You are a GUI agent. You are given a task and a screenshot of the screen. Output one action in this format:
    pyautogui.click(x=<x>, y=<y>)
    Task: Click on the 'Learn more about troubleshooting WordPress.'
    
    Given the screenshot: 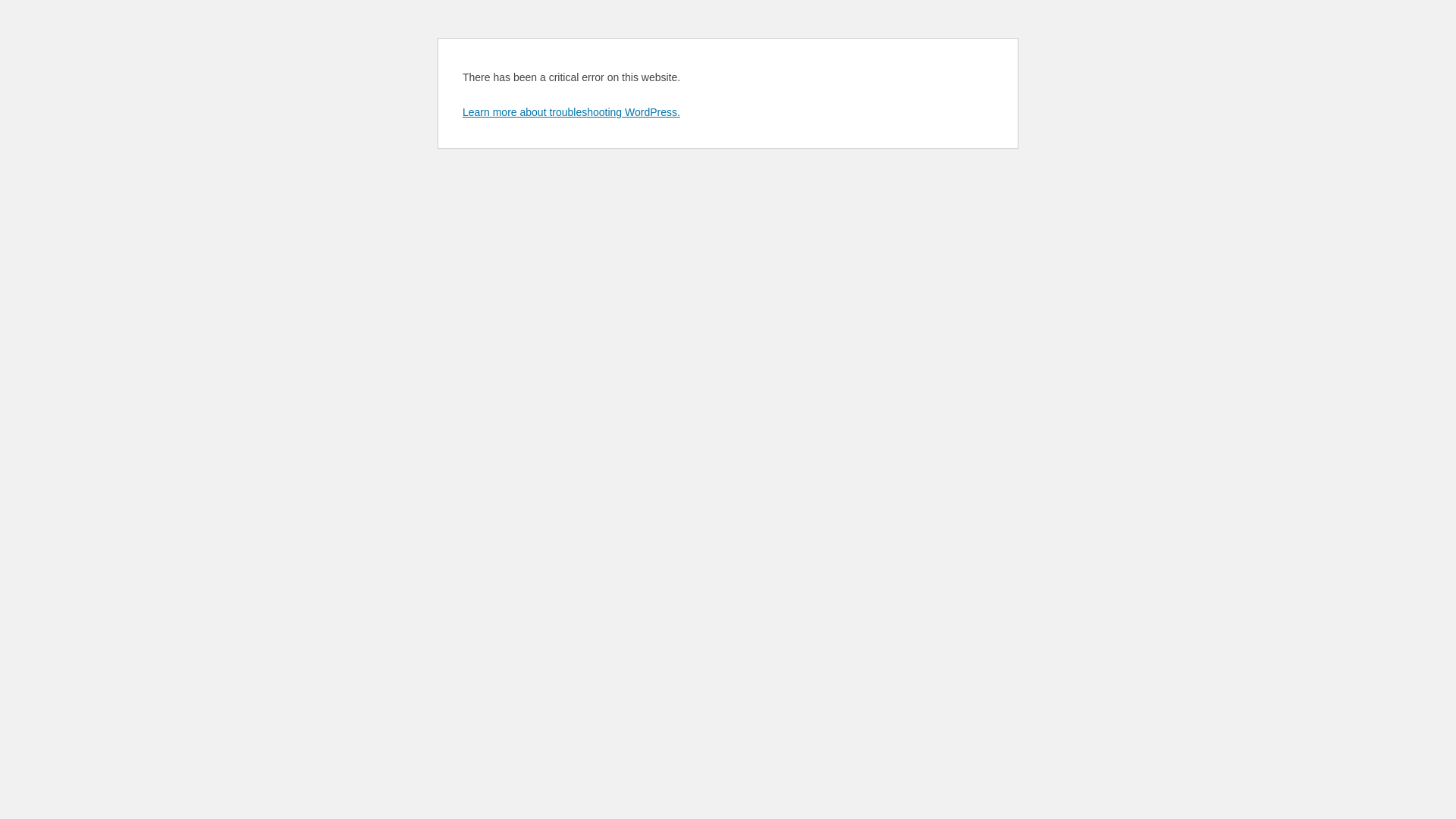 What is the action you would take?
    pyautogui.click(x=570, y=111)
    